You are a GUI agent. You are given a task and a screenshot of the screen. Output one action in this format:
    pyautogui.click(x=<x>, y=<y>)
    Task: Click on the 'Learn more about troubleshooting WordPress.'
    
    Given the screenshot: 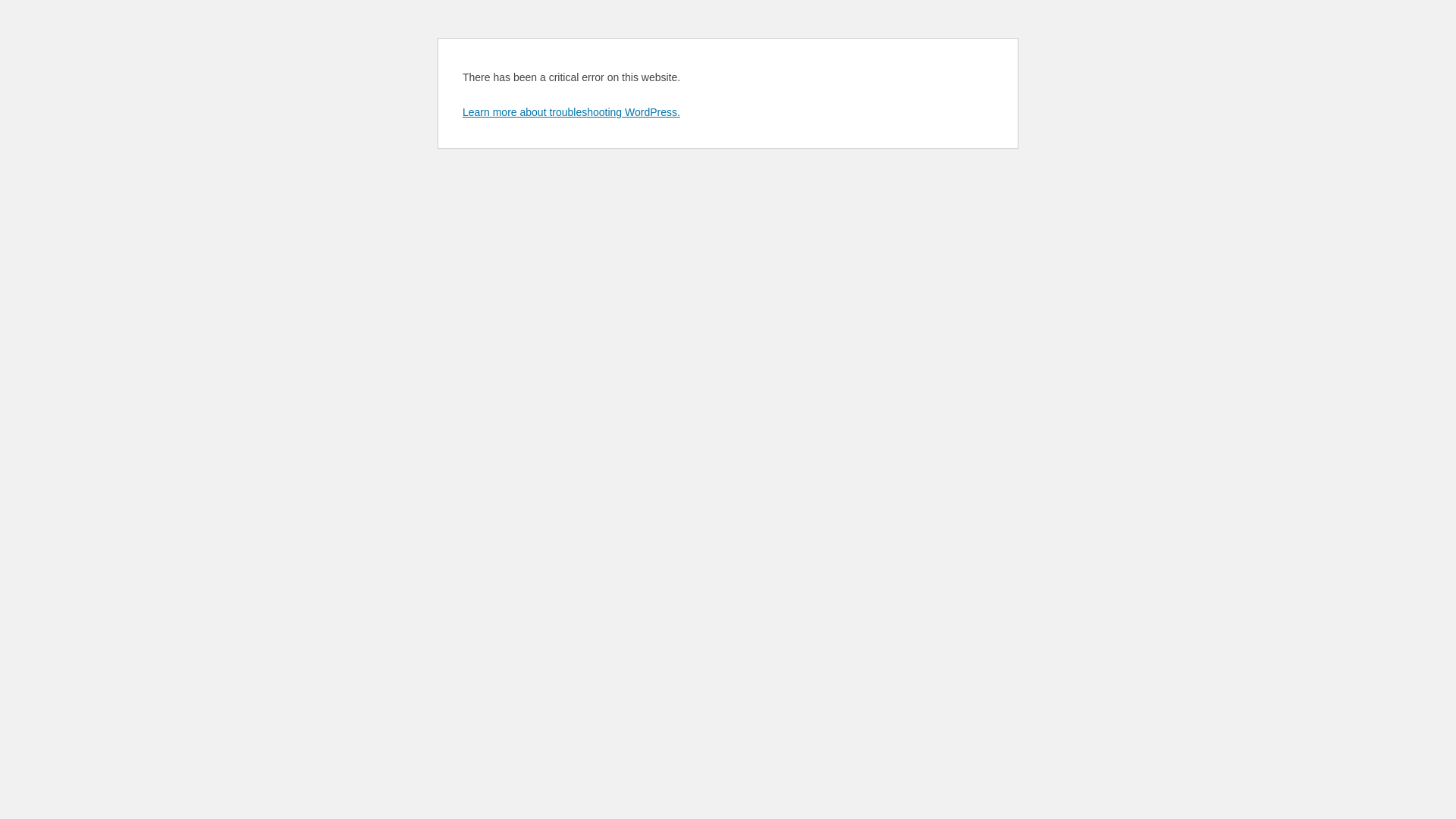 What is the action you would take?
    pyautogui.click(x=570, y=111)
    